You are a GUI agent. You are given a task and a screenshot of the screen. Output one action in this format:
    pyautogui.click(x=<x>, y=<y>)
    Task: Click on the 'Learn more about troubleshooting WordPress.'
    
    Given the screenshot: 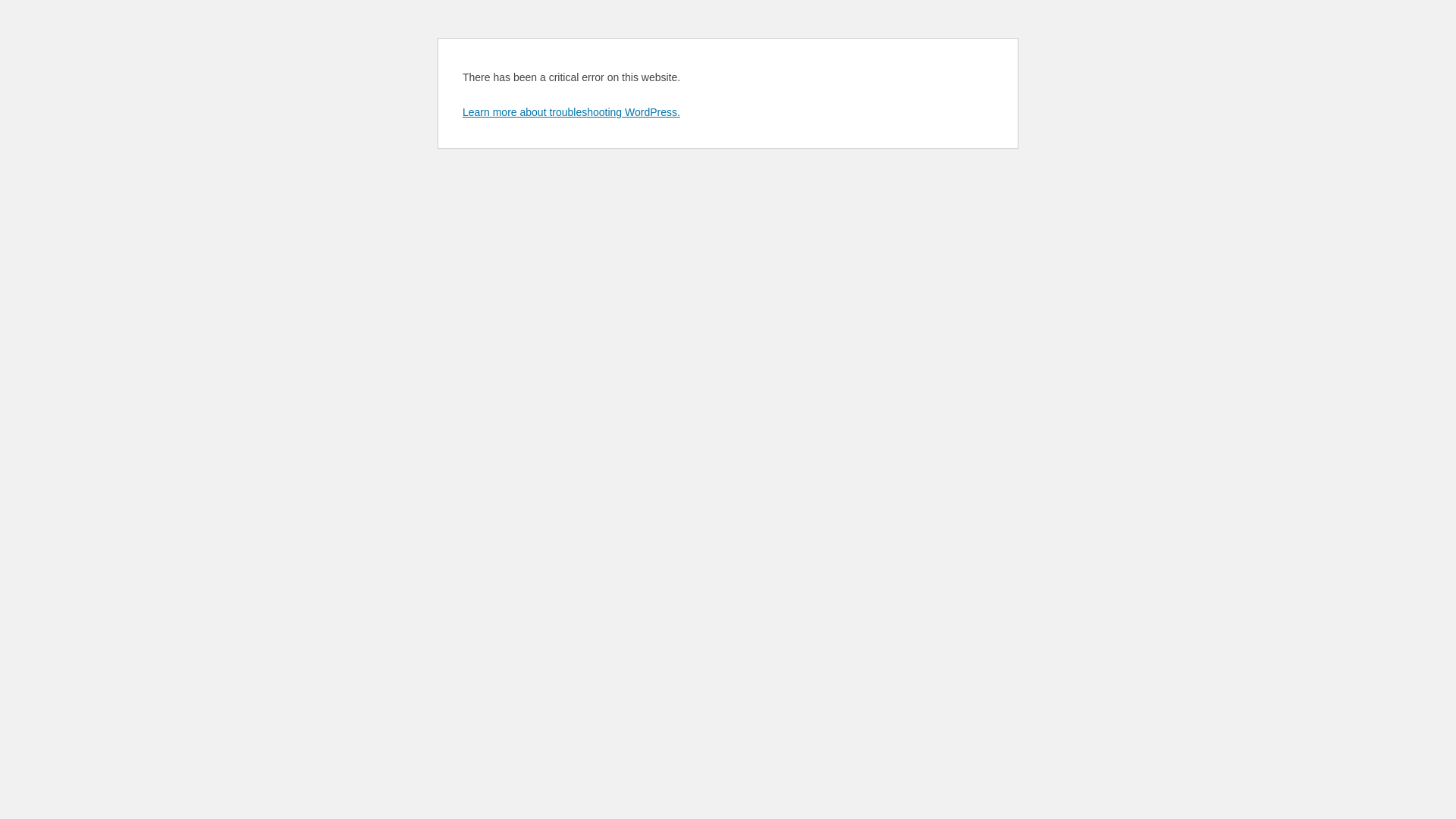 What is the action you would take?
    pyautogui.click(x=570, y=111)
    